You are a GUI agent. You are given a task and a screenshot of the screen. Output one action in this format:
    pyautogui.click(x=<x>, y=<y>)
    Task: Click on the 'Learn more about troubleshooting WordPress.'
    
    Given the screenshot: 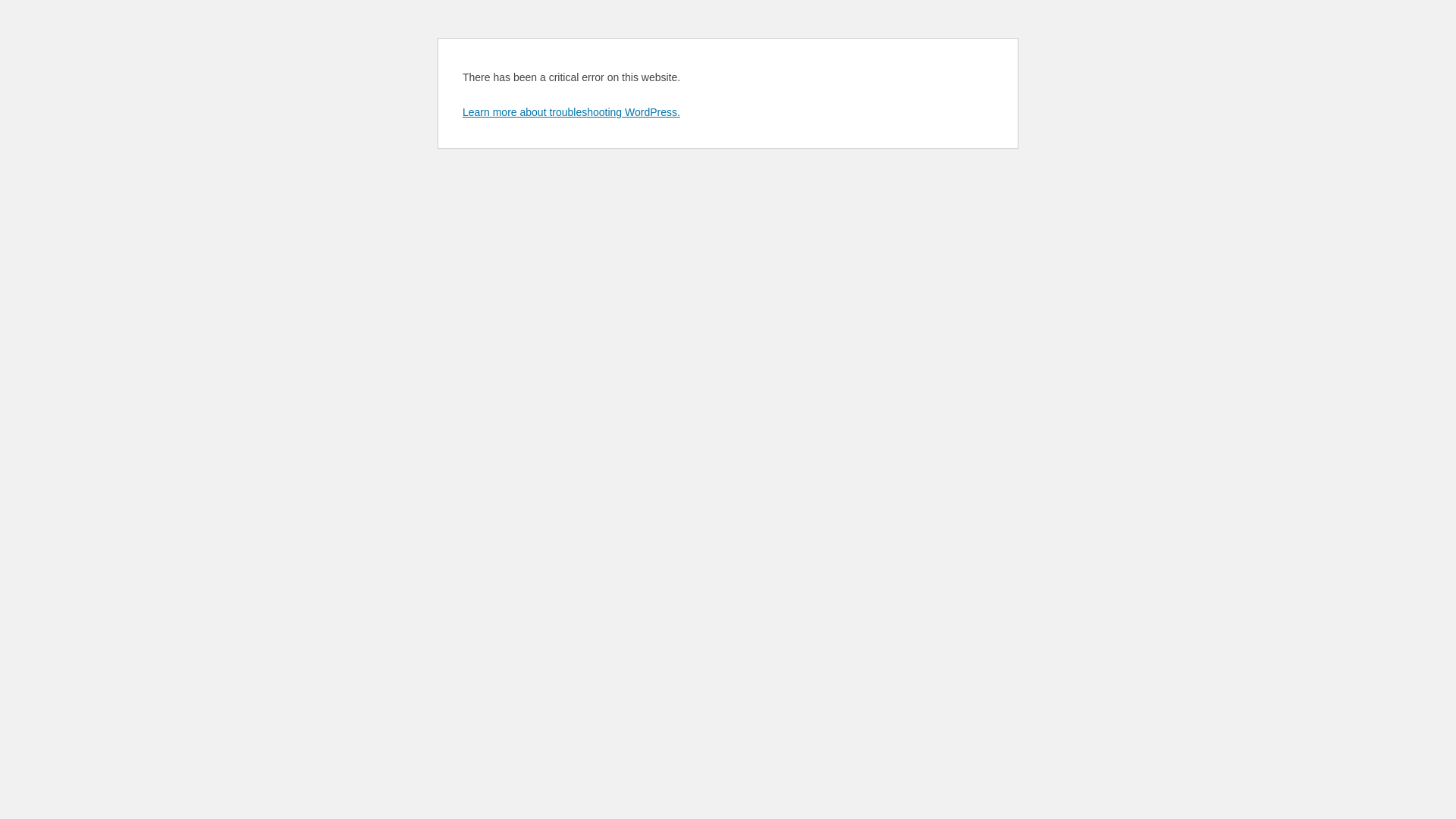 What is the action you would take?
    pyautogui.click(x=570, y=111)
    